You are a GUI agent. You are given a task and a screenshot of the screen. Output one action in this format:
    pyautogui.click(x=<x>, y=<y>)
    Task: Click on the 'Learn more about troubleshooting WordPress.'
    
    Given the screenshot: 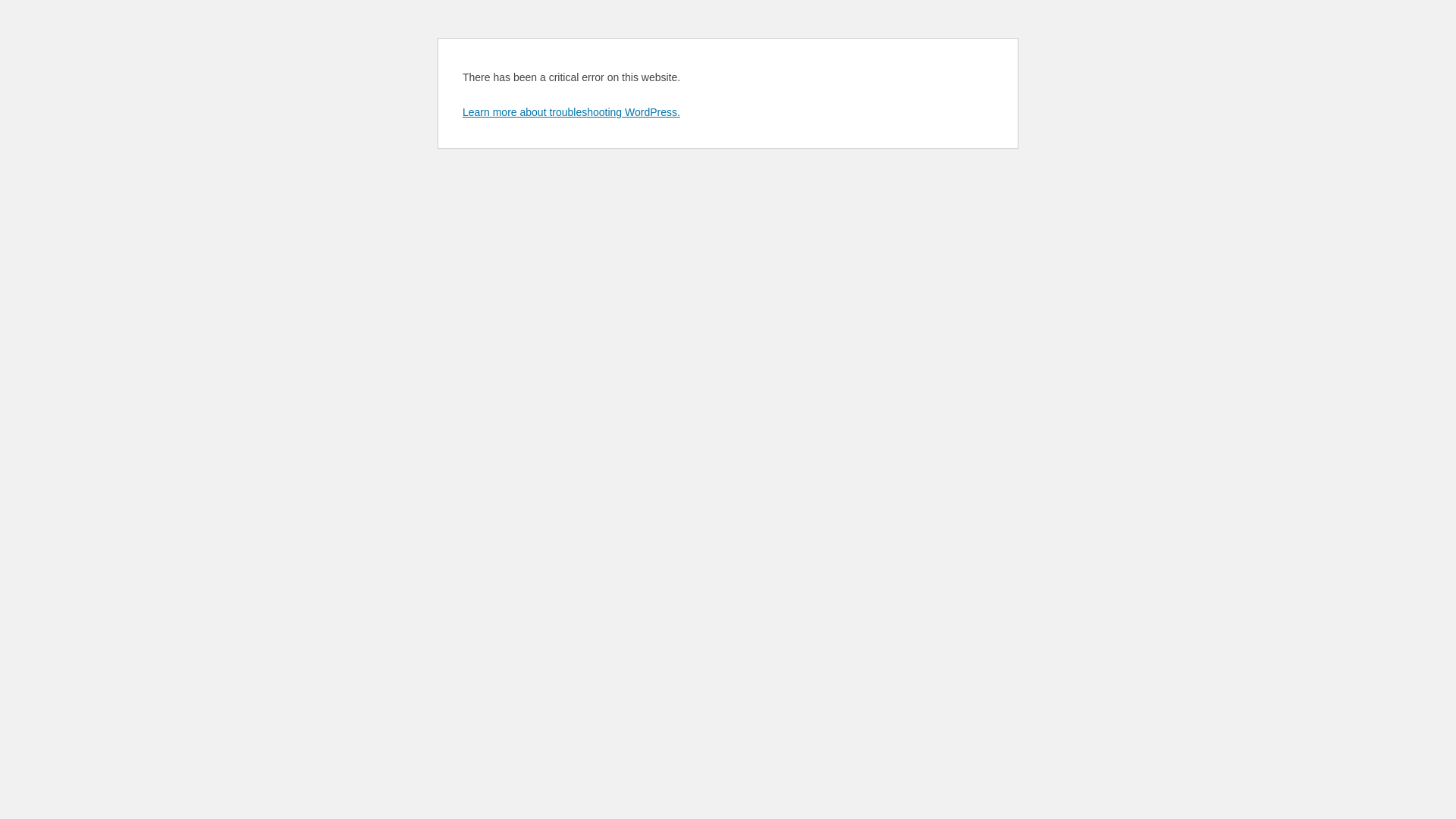 What is the action you would take?
    pyautogui.click(x=570, y=111)
    